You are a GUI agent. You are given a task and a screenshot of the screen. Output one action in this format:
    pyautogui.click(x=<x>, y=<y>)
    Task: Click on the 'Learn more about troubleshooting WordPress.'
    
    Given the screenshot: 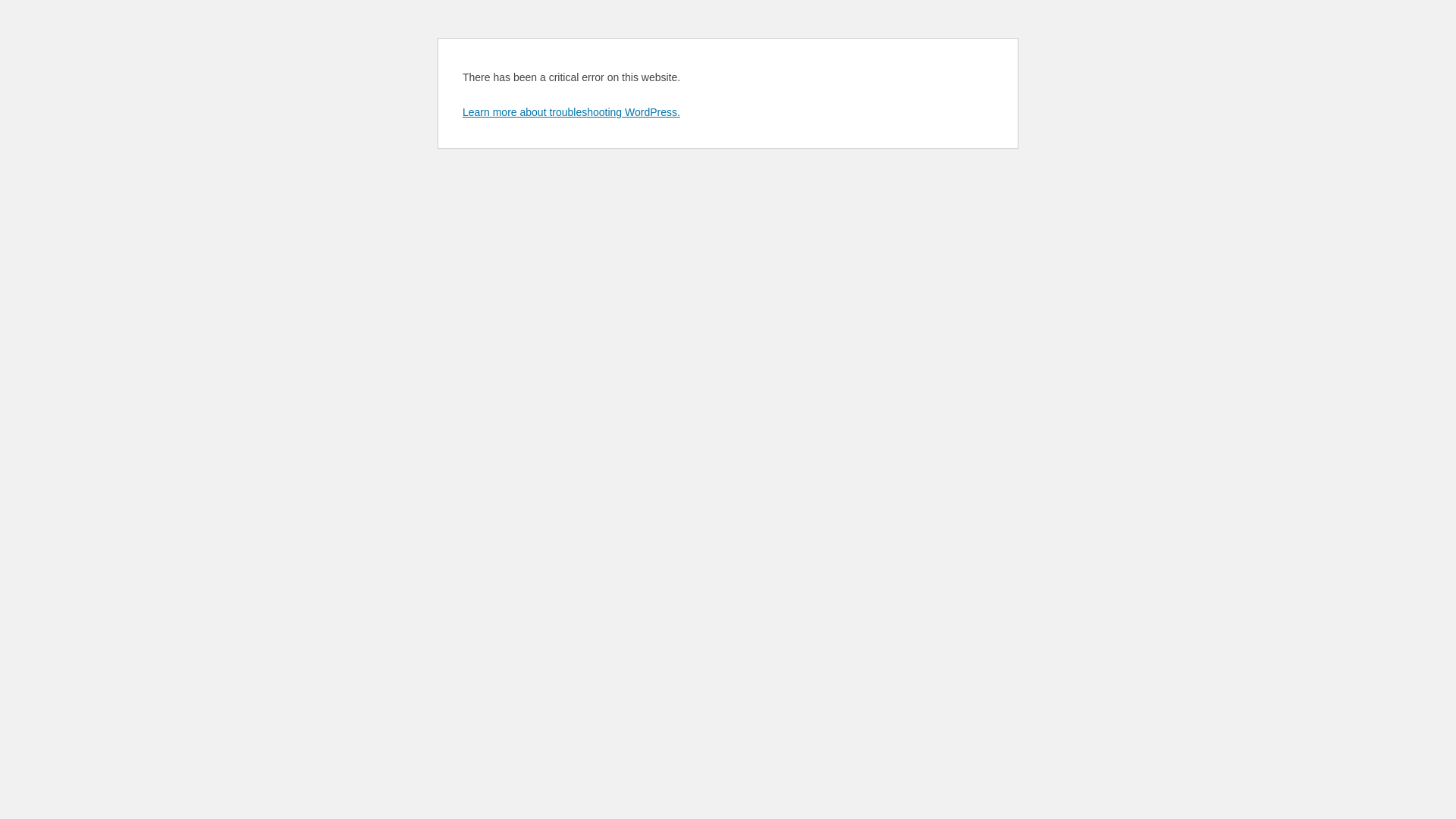 What is the action you would take?
    pyautogui.click(x=570, y=111)
    